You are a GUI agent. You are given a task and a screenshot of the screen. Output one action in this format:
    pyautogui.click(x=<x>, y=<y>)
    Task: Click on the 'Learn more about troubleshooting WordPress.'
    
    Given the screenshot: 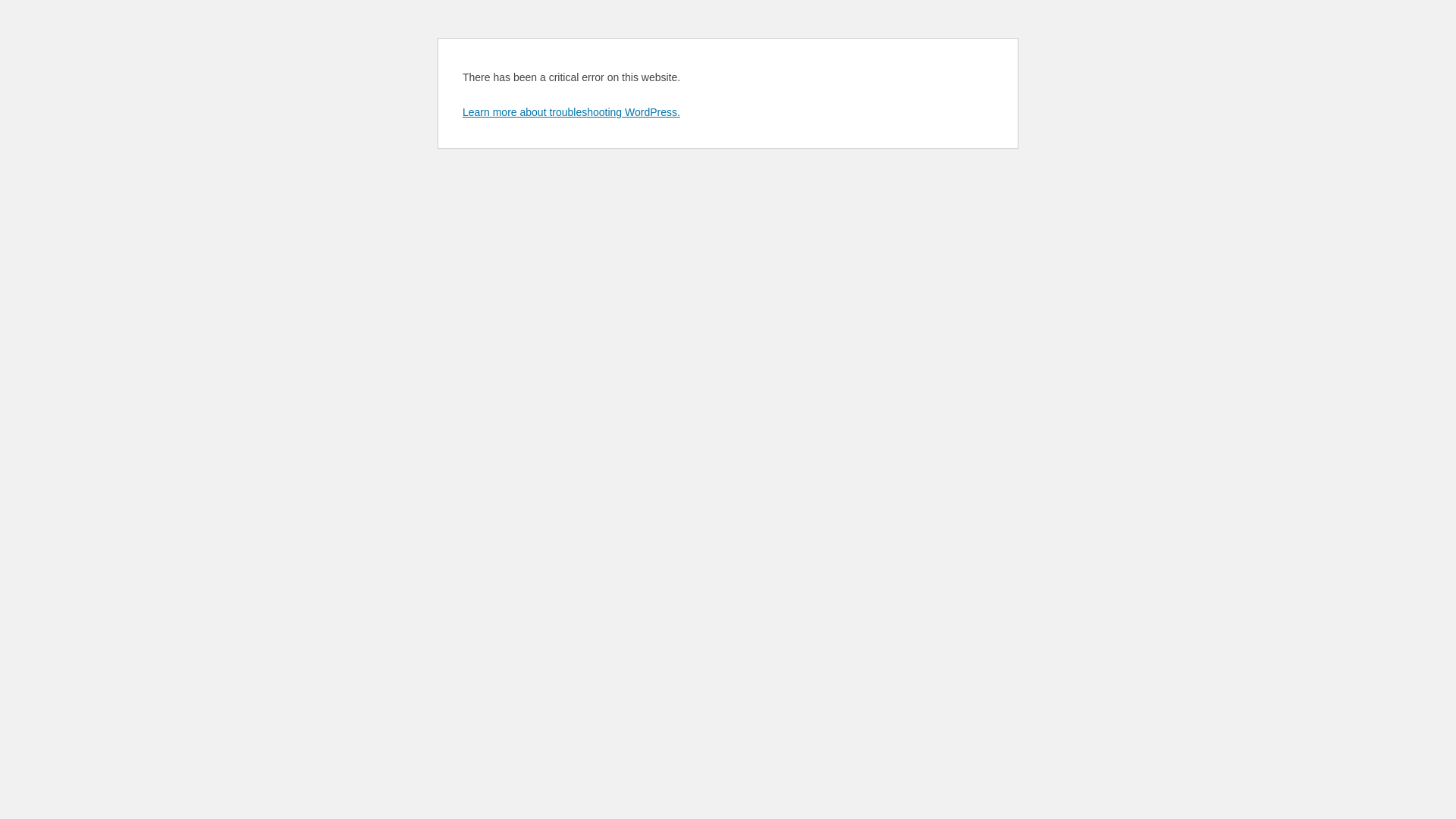 What is the action you would take?
    pyautogui.click(x=570, y=111)
    